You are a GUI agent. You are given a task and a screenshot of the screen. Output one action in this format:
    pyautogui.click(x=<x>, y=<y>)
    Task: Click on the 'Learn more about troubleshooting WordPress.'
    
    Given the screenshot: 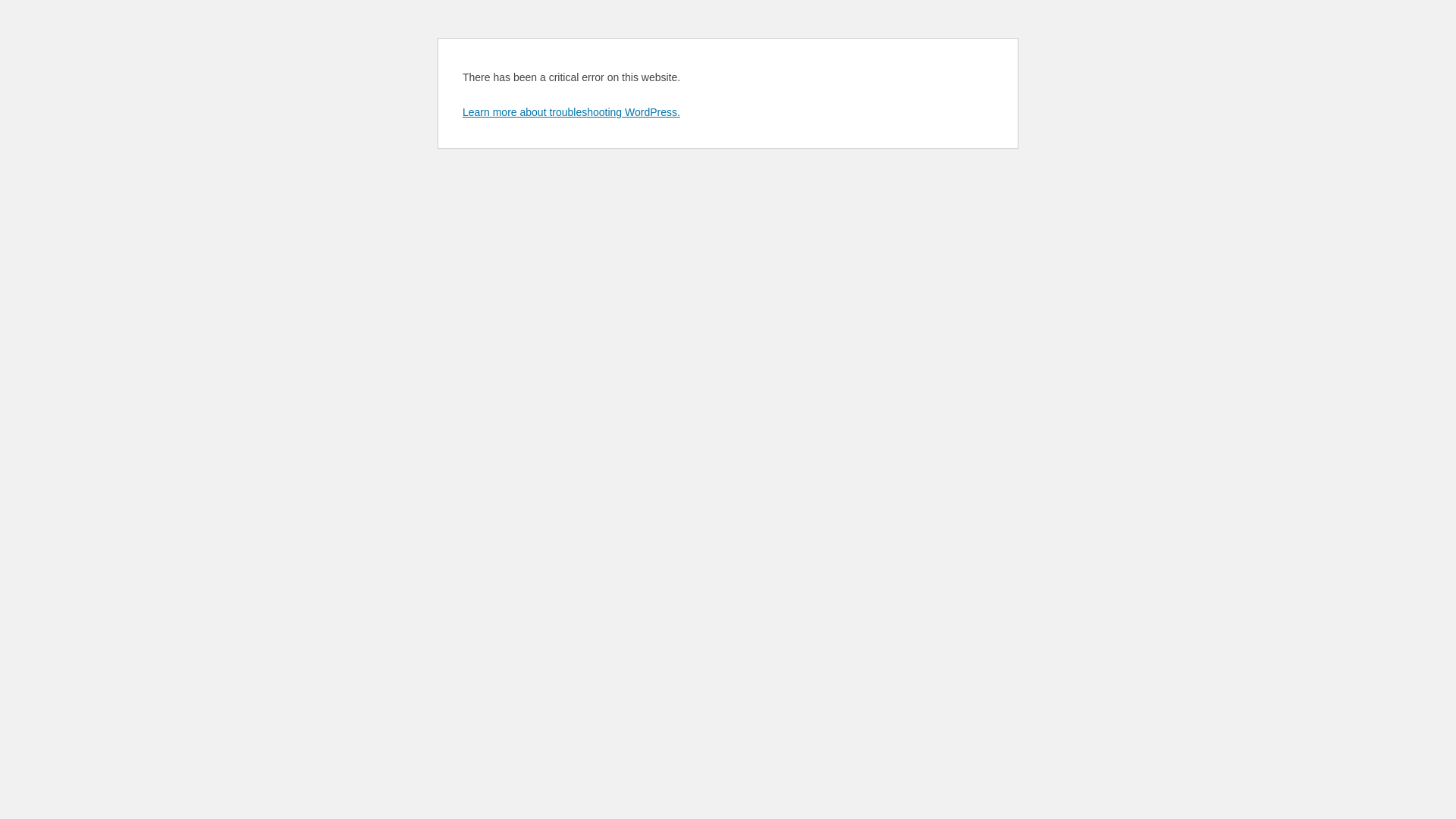 What is the action you would take?
    pyautogui.click(x=570, y=111)
    